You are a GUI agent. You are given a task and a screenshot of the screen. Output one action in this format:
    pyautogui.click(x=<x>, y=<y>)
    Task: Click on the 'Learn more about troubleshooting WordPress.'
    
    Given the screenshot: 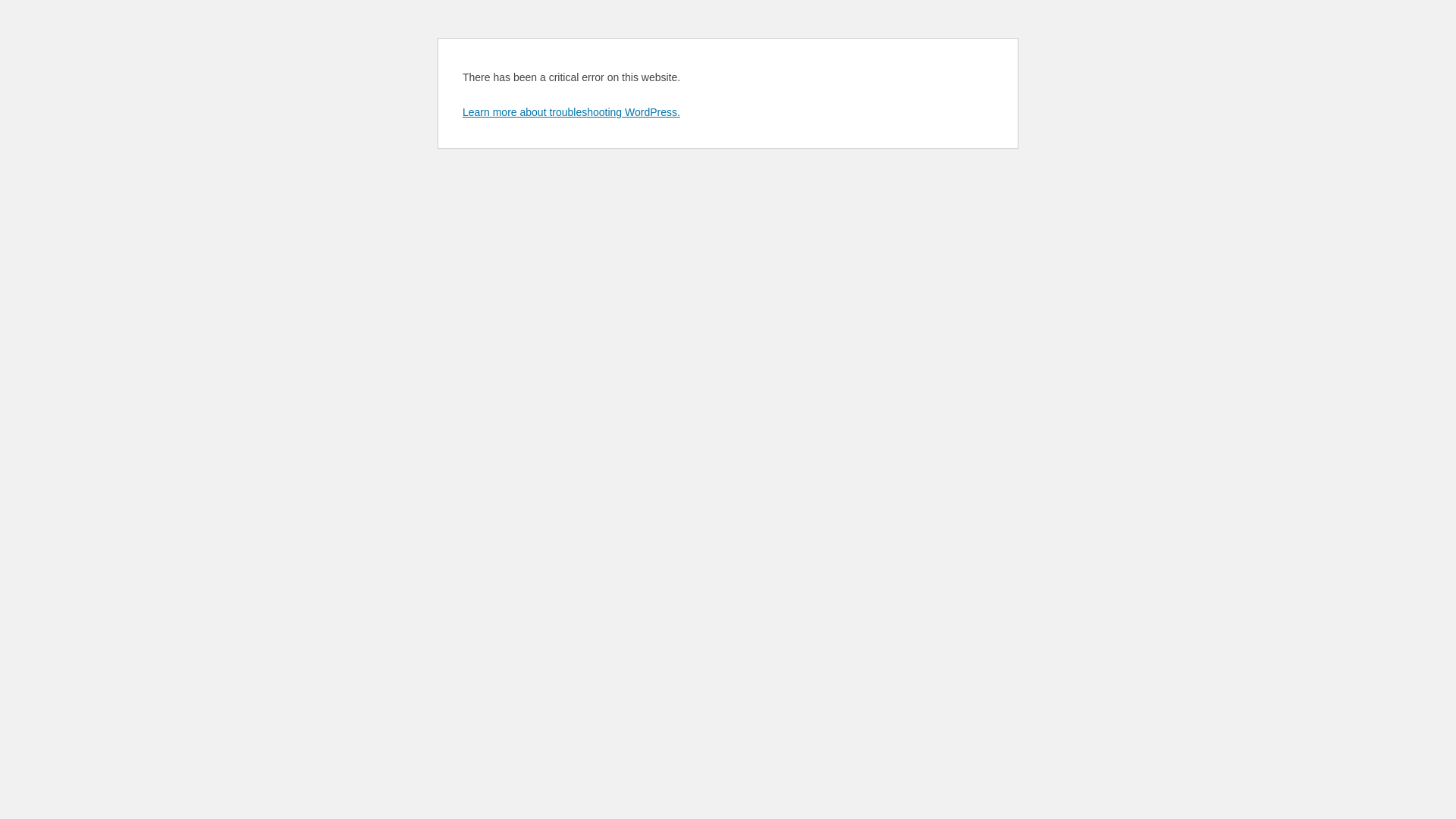 What is the action you would take?
    pyautogui.click(x=570, y=111)
    